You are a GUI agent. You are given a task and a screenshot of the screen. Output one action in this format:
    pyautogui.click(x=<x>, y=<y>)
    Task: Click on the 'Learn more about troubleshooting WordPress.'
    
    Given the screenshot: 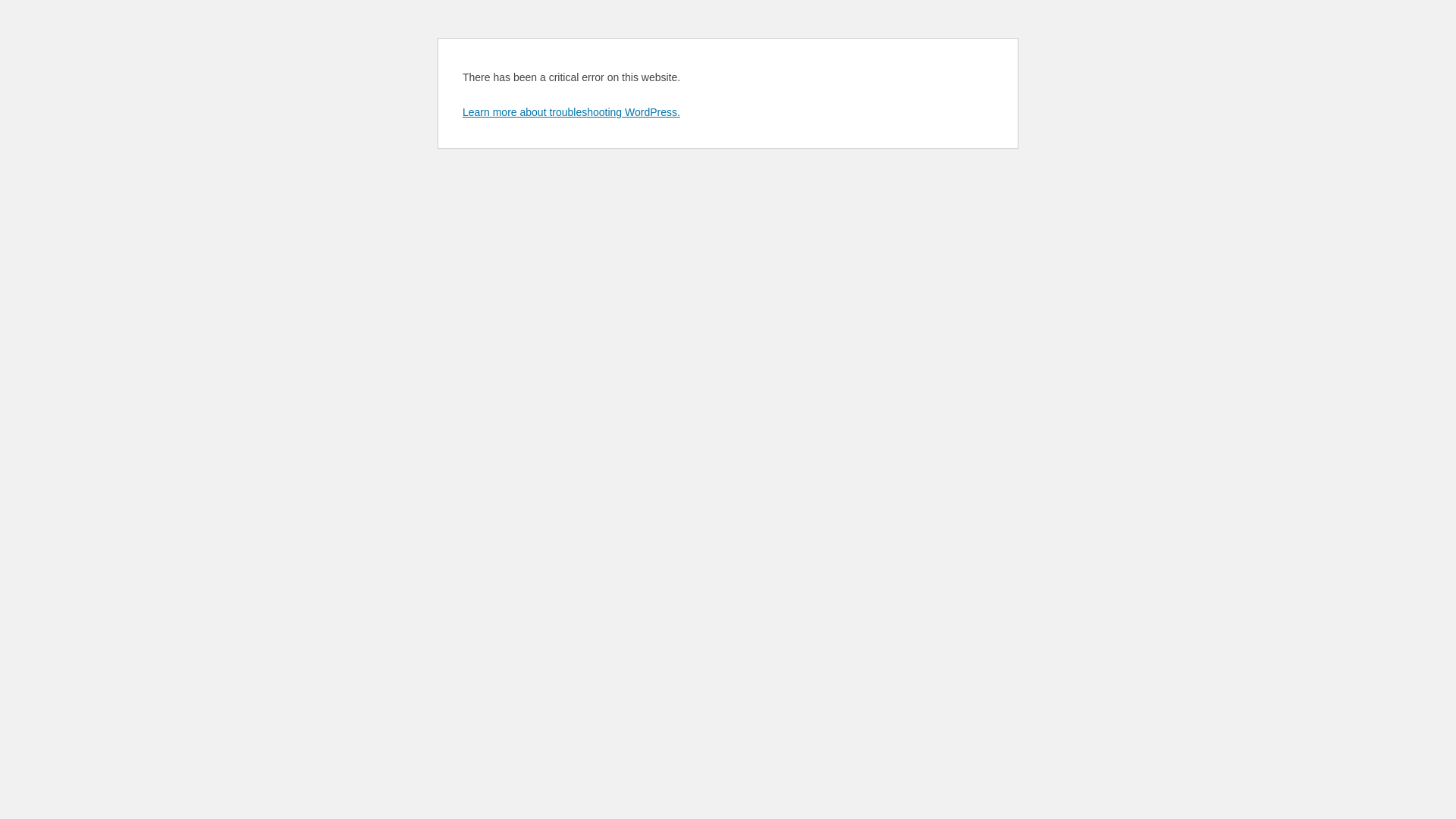 What is the action you would take?
    pyautogui.click(x=570, y=111)
    